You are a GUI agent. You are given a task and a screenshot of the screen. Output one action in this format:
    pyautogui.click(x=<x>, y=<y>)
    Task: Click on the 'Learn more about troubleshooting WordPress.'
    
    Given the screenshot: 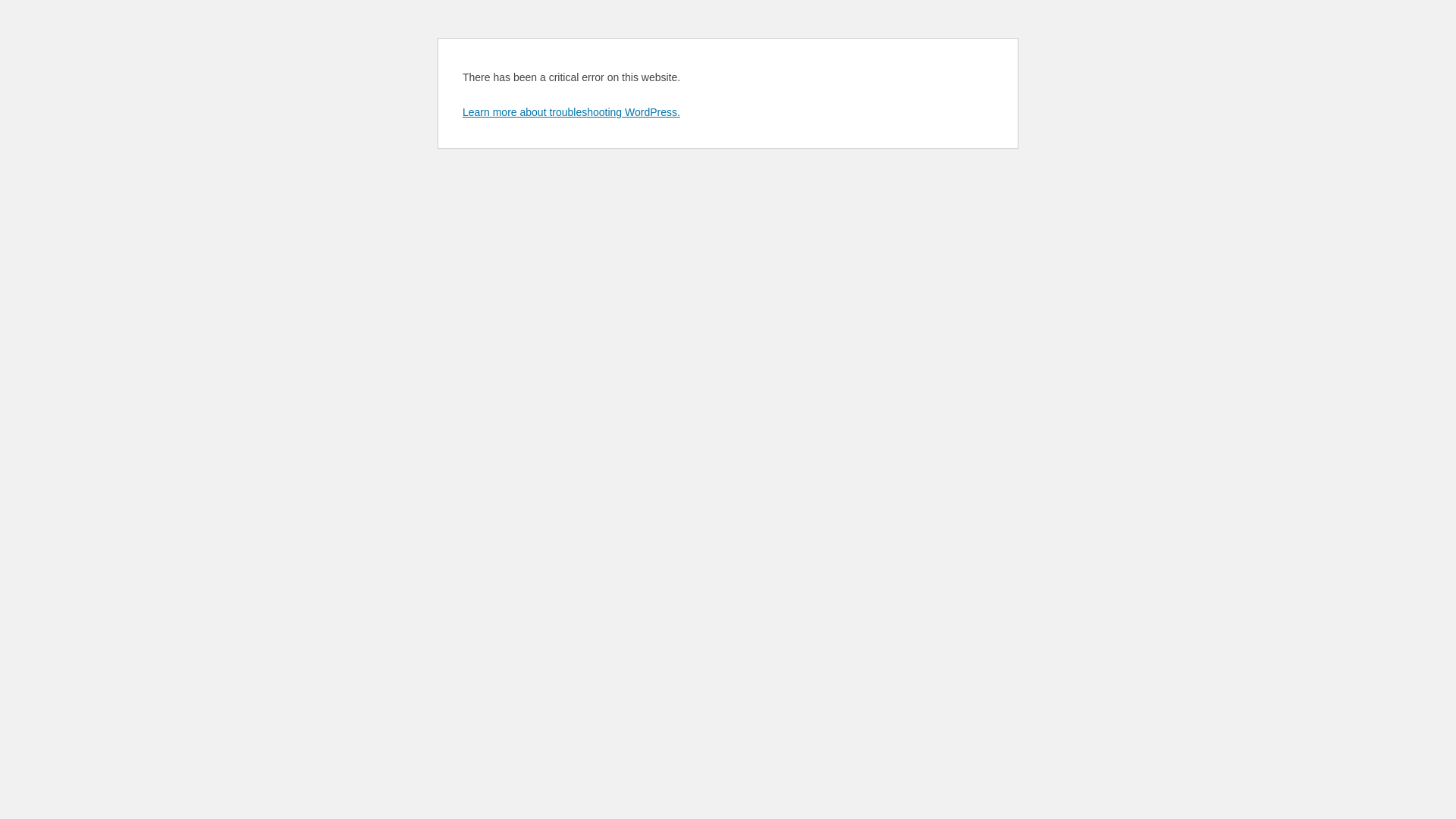 What is the action you would take?
    pyautogui.click(x=570, y=111)
    